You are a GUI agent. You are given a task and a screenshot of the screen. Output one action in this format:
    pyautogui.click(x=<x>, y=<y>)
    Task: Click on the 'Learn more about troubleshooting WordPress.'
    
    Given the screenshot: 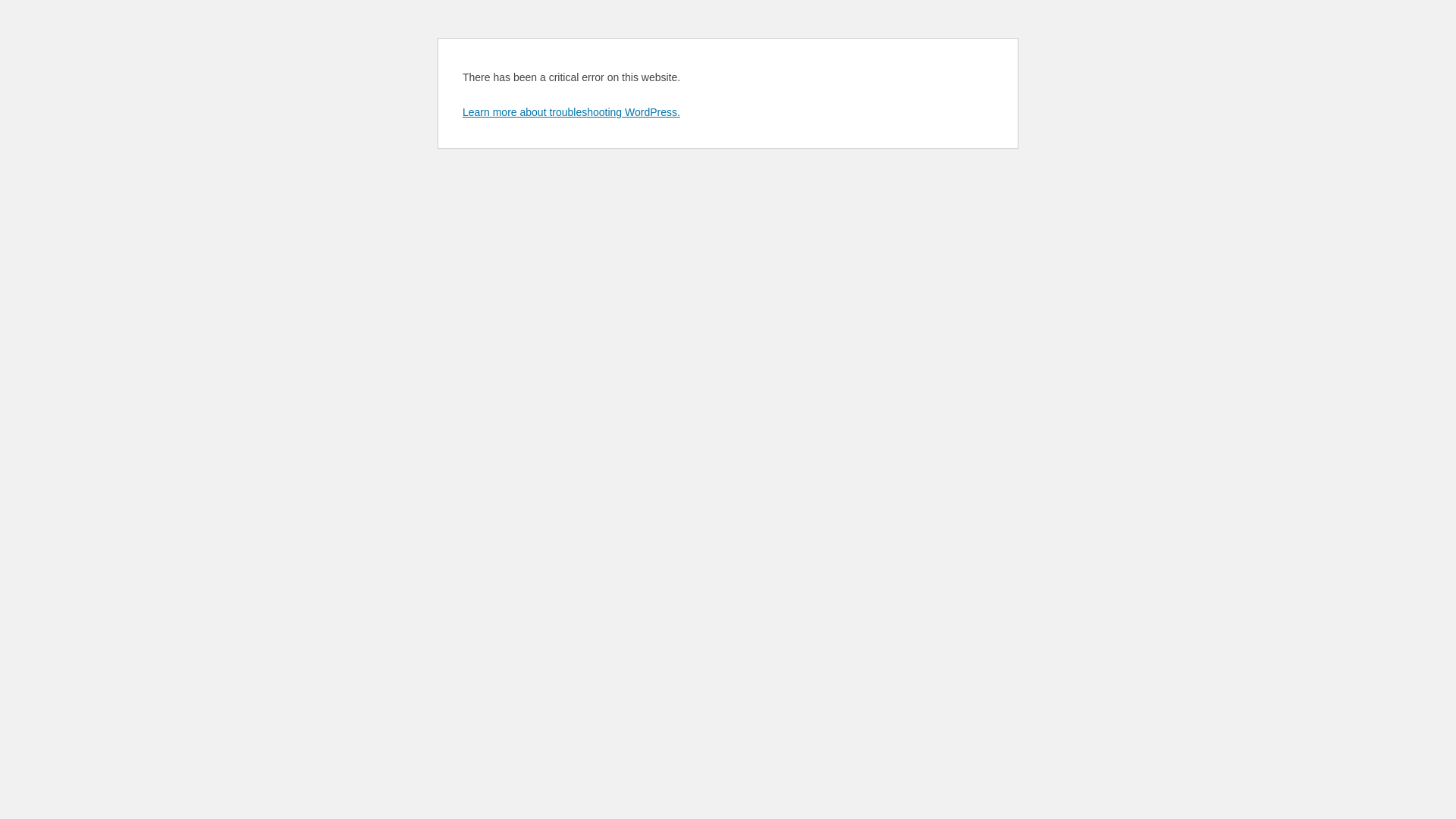 What is the action you would take?
    pyautogui.click(x=570, y=111)
    